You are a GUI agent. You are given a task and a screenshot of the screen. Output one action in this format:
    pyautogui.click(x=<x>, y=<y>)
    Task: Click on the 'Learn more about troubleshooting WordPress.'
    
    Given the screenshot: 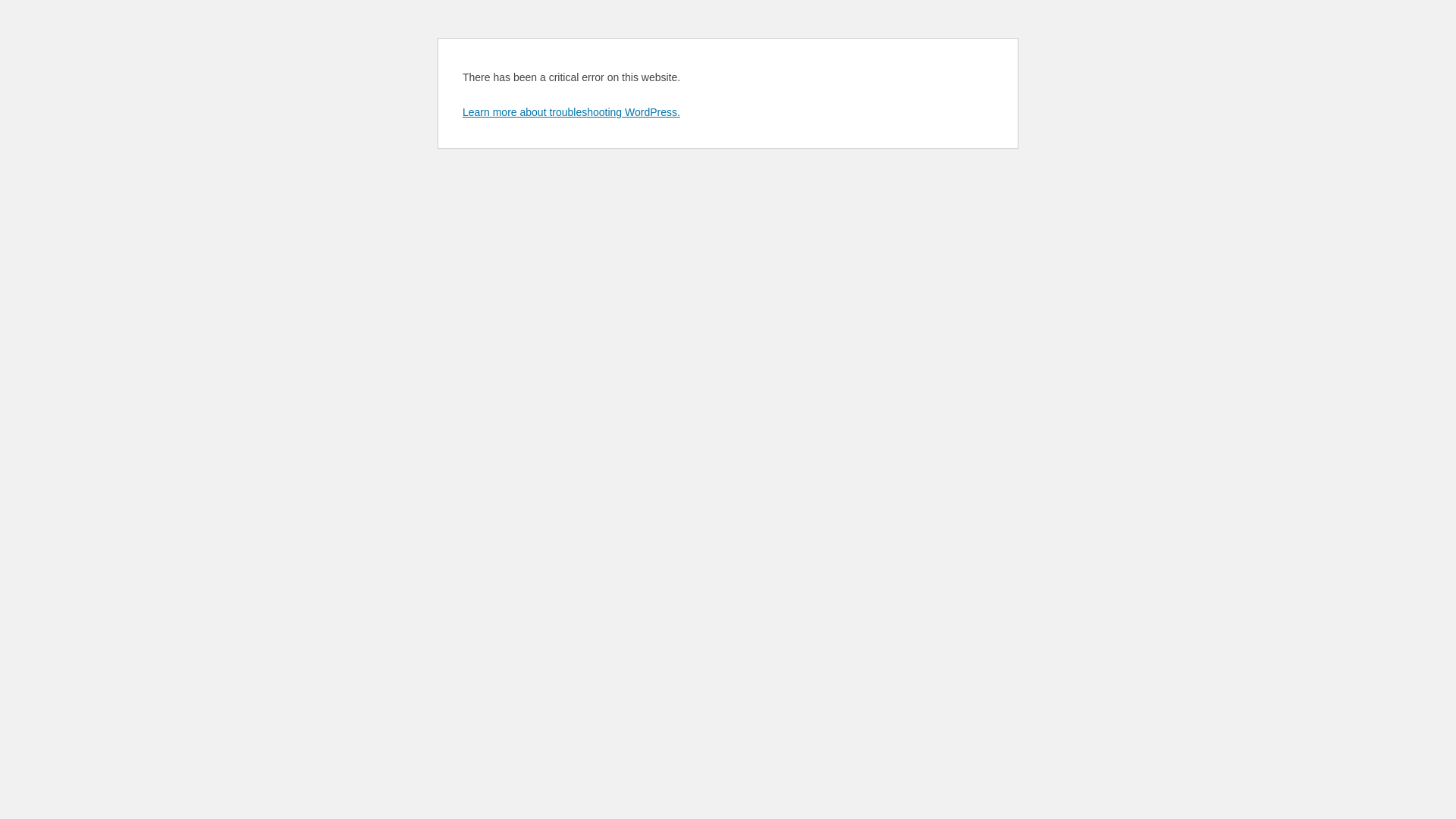 What is the action you would take?
    pyautogui.click(x=570, y=111)
    